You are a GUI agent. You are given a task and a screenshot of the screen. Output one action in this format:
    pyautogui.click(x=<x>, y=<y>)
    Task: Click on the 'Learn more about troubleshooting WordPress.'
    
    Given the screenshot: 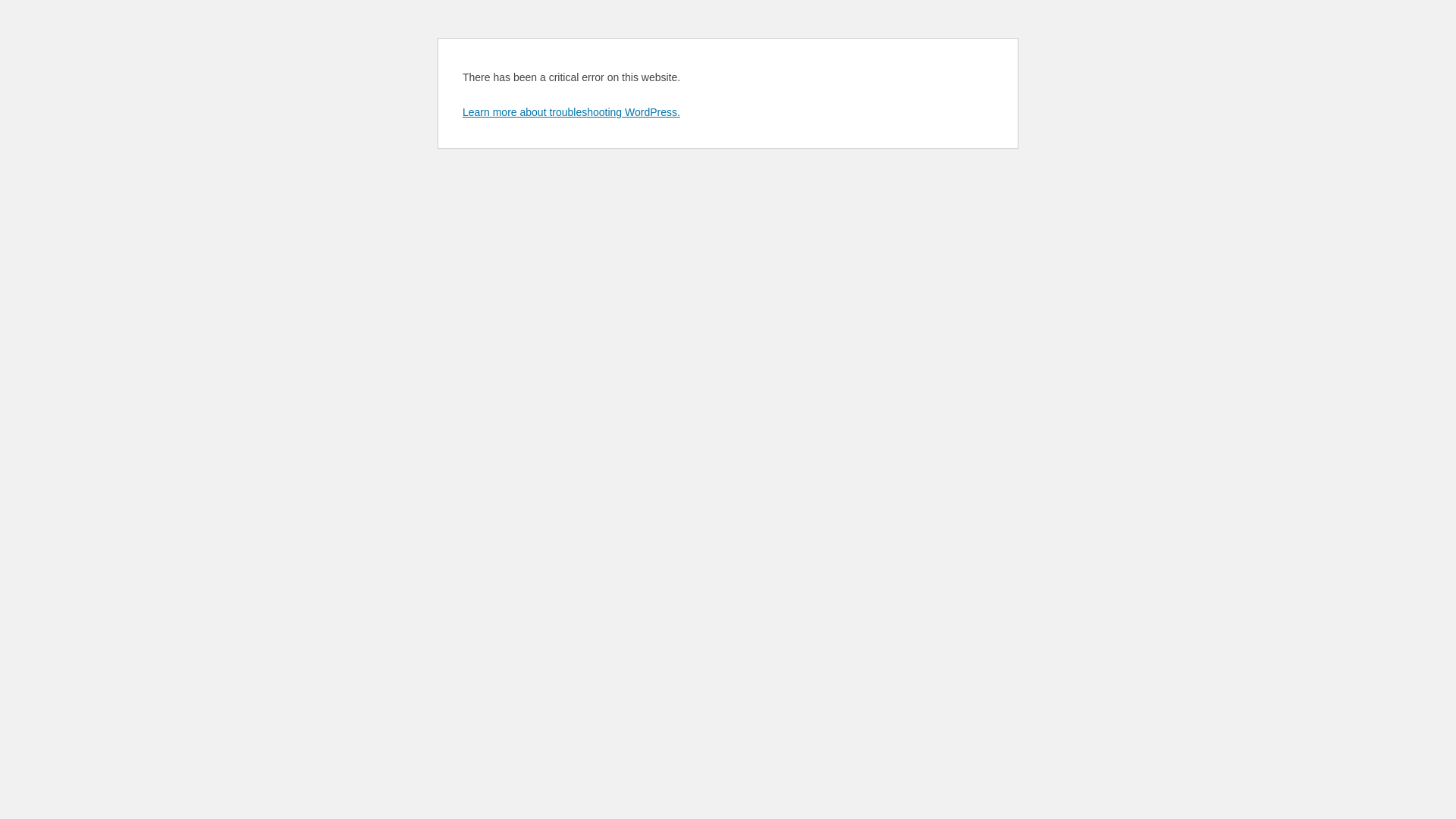 What is the action you would take?
    pyautogui.click(x=570, y=111)
    